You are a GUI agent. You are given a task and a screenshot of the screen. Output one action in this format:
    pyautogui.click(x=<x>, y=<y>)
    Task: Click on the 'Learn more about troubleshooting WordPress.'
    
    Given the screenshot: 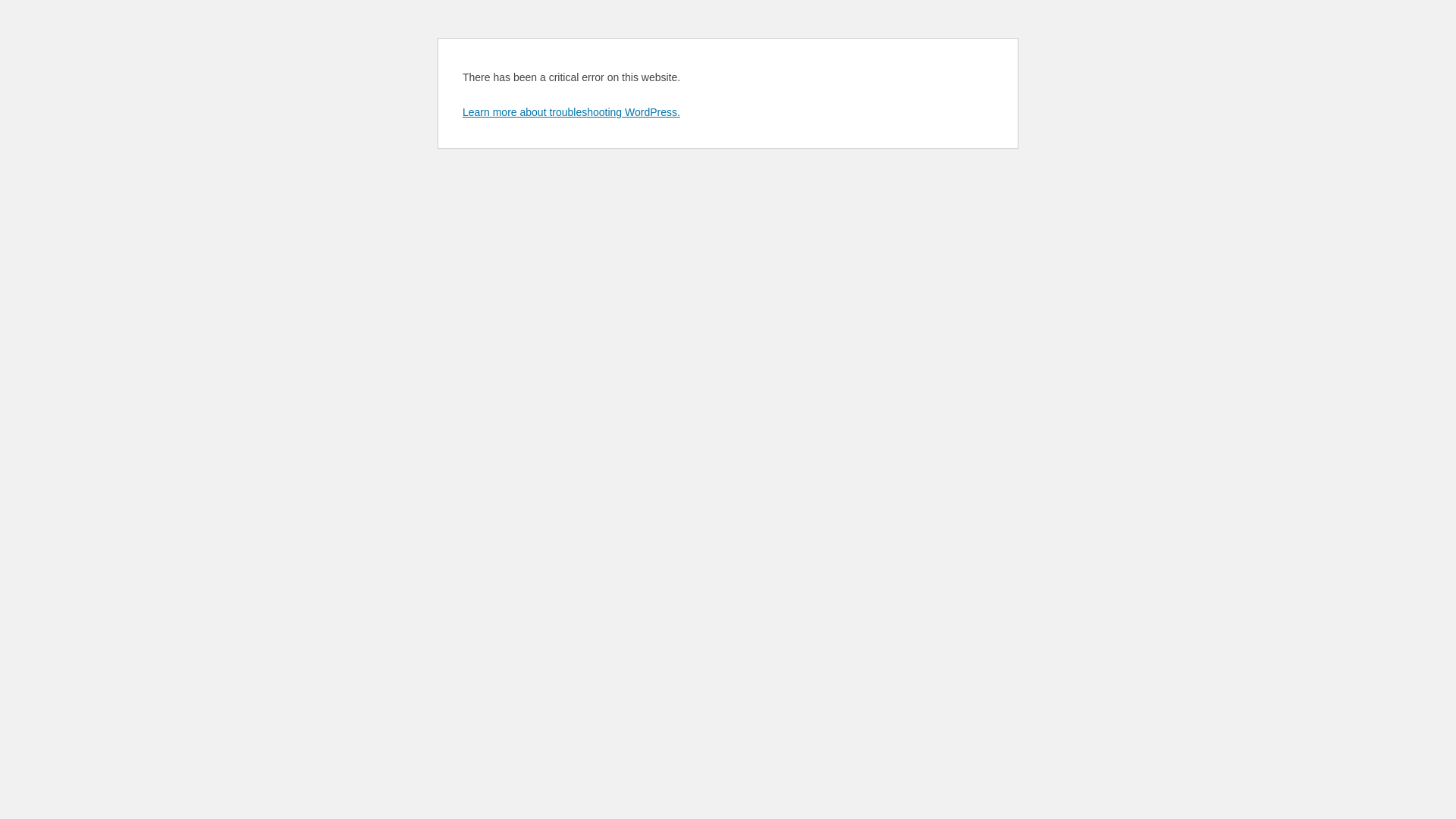 What is the action you would take?
    pyautogui.click(x=570, y=111)
    